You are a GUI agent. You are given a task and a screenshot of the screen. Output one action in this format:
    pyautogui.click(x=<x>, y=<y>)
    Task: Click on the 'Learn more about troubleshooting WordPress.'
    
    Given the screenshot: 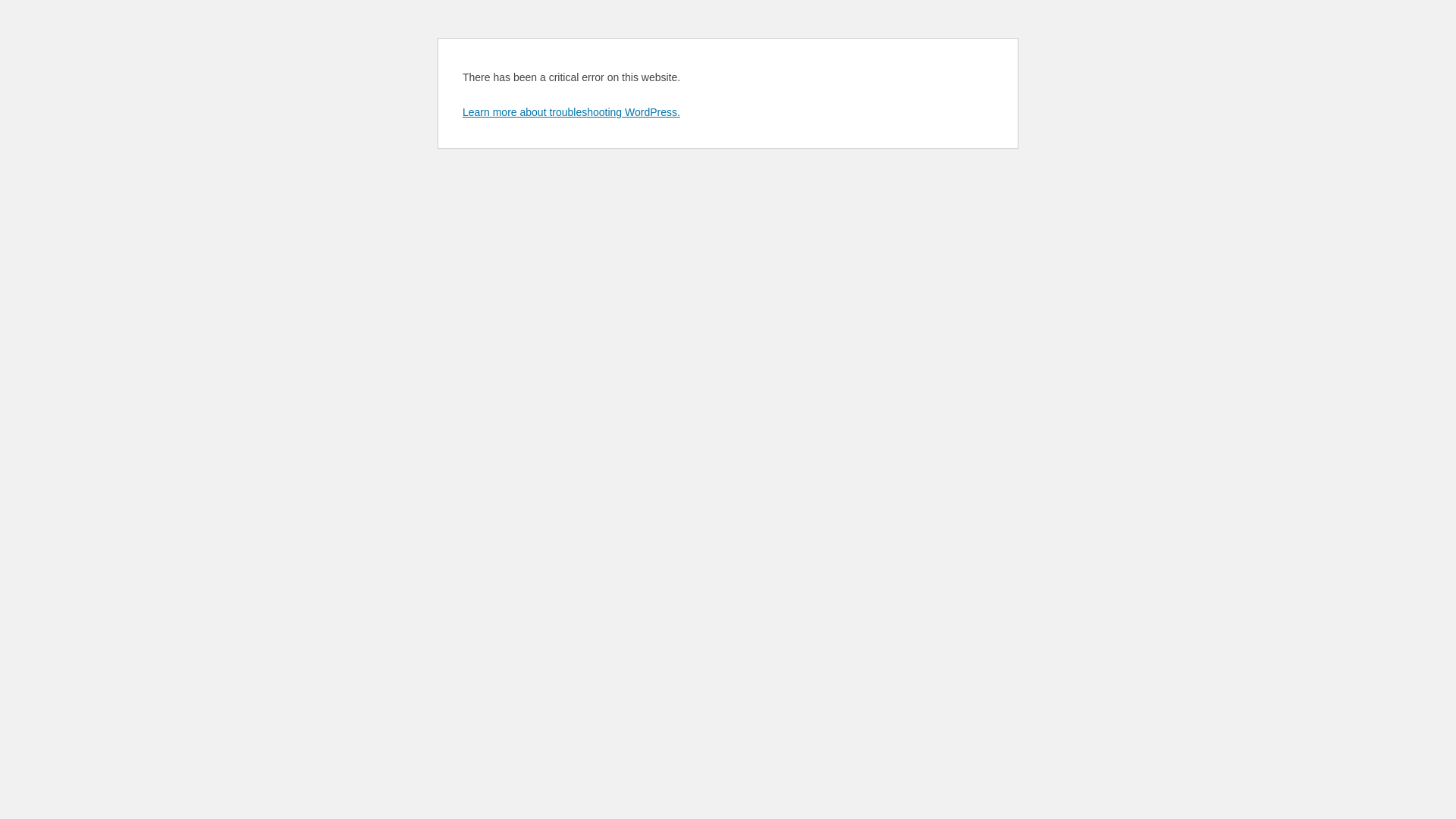 What is the action you would take?
    pyautogui.click(x=570, y=111)
    